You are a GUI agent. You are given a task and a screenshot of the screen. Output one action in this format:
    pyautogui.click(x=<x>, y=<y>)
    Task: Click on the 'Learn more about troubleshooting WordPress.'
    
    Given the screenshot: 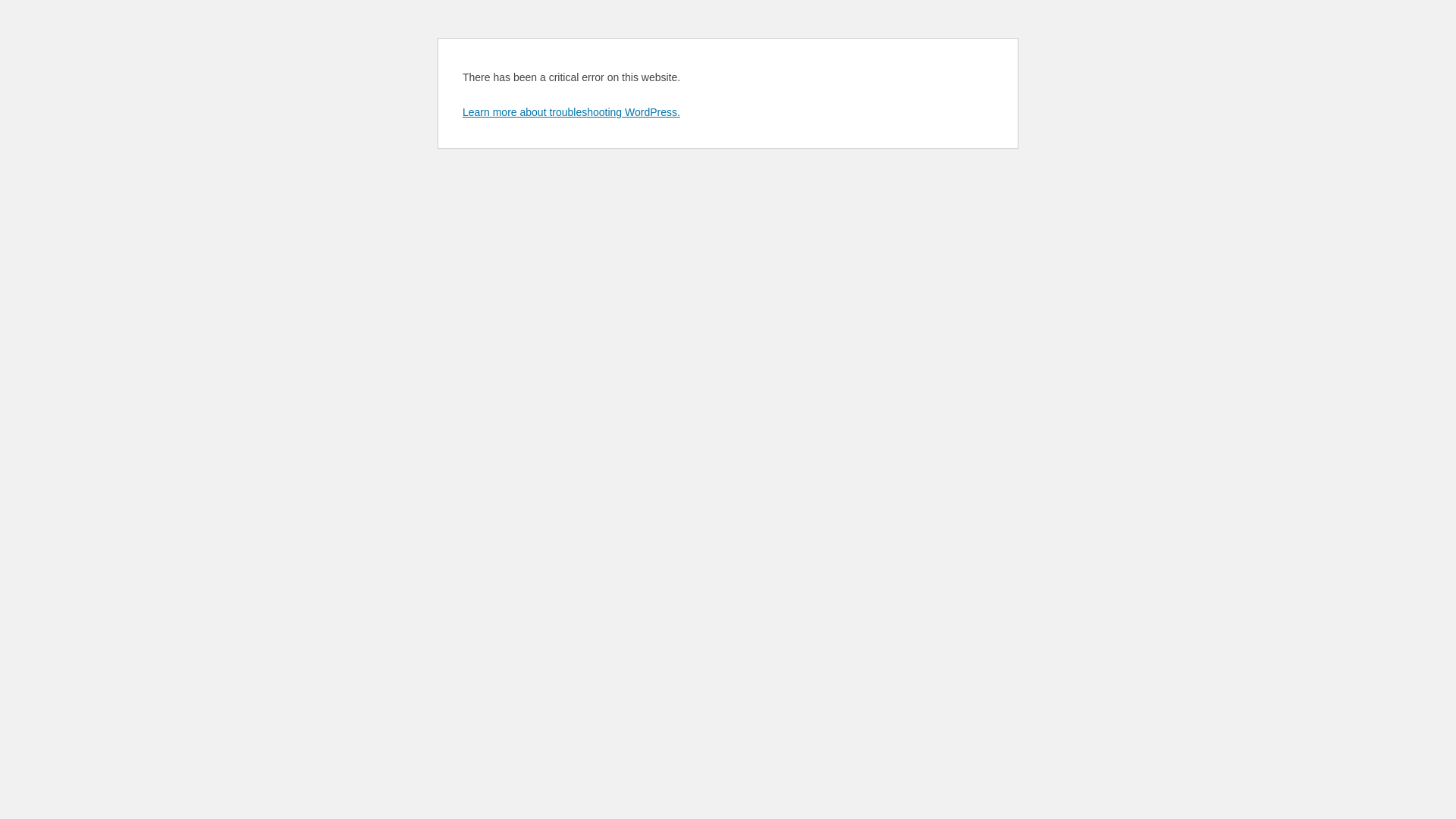 What is the action you would take?
    pyautogui.click(x=570, y=111)
    